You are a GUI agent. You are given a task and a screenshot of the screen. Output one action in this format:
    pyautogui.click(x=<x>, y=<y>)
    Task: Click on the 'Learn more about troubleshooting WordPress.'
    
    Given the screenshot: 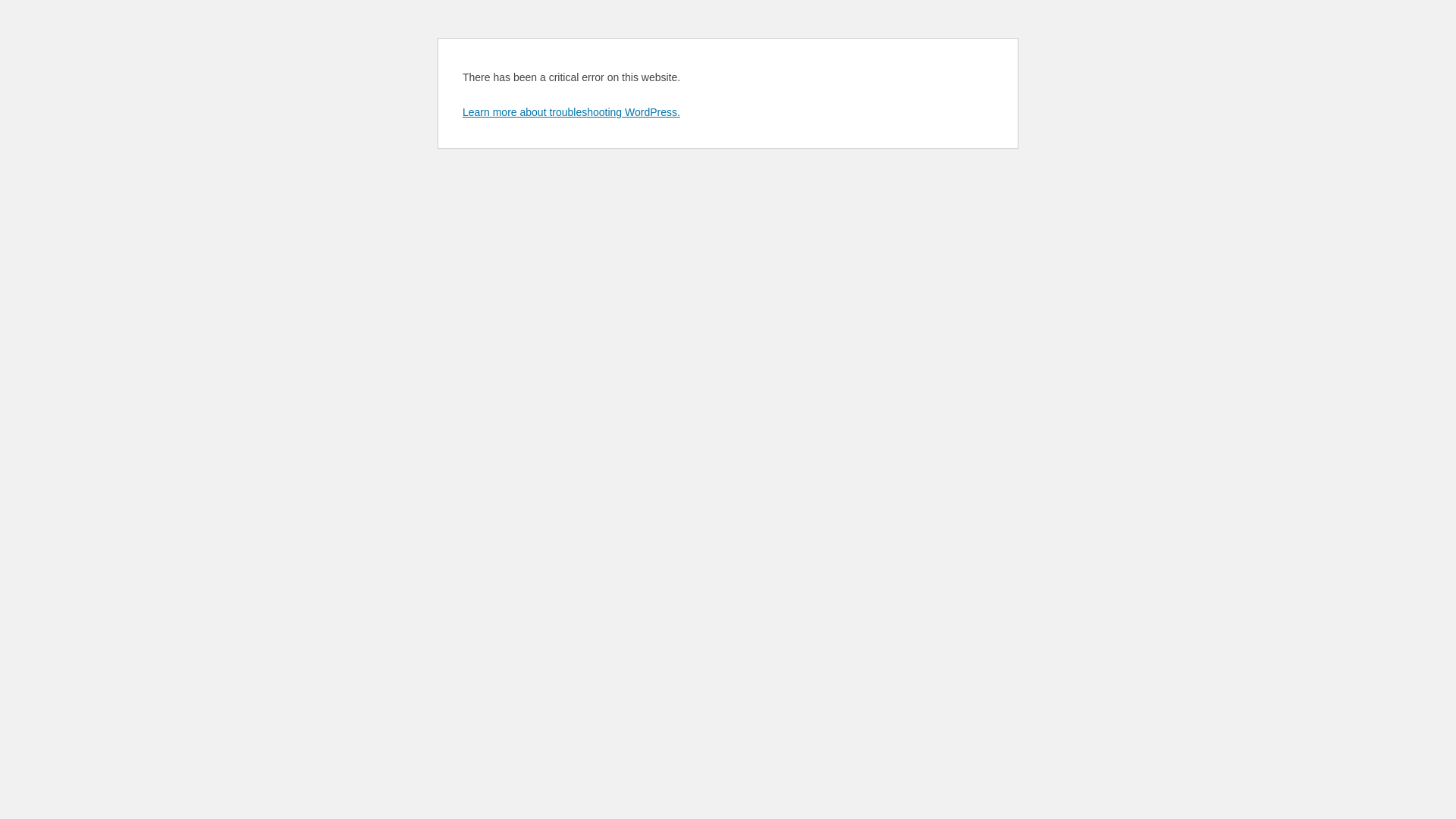 What is the action you would take?
    pyautogui.click(x=570, y=111)
    